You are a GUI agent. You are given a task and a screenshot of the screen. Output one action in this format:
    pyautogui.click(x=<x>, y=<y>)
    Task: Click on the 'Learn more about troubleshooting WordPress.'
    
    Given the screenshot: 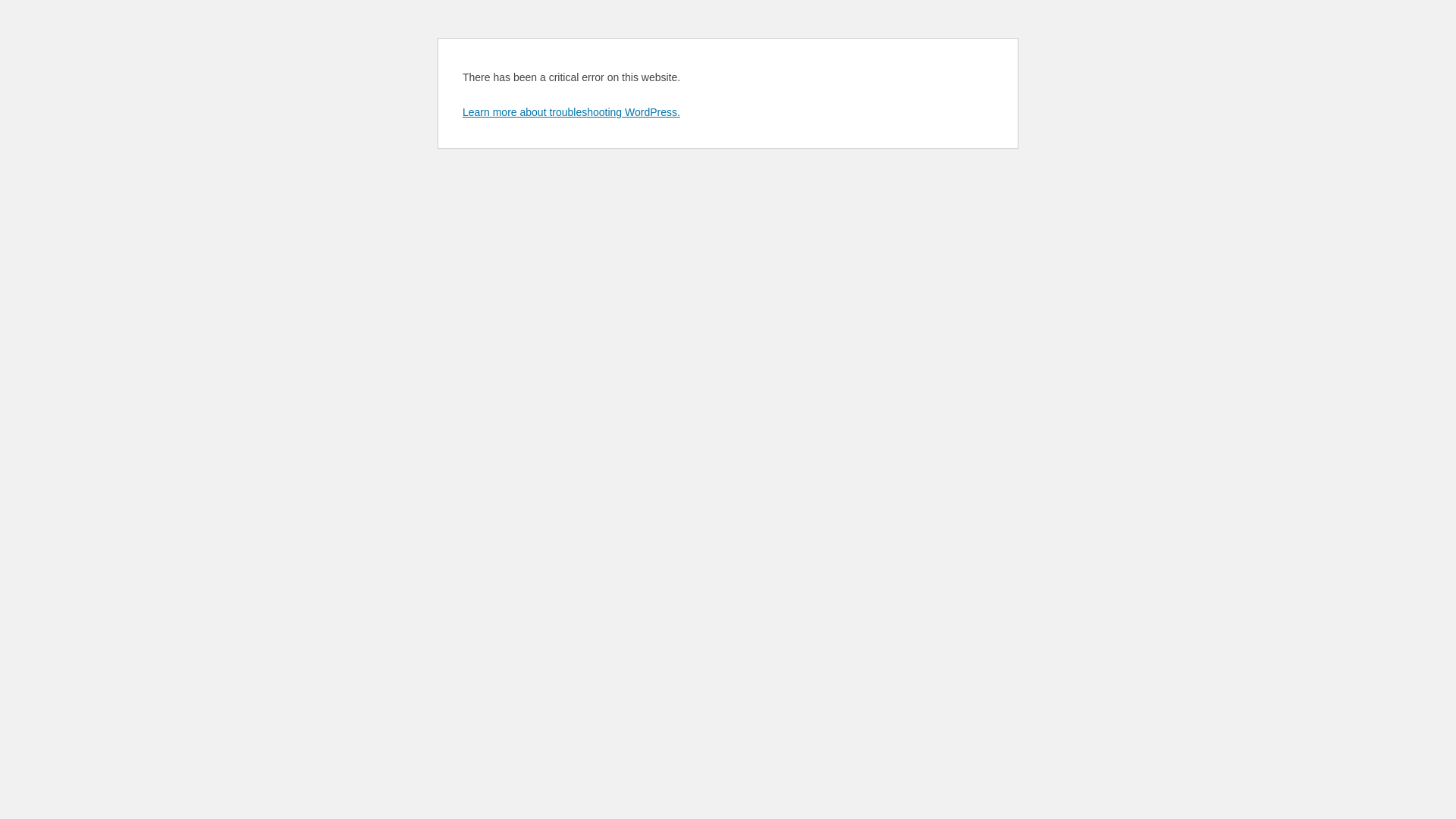 What is the action you would take?
    pyautogui.click(x=570, y=111)
    